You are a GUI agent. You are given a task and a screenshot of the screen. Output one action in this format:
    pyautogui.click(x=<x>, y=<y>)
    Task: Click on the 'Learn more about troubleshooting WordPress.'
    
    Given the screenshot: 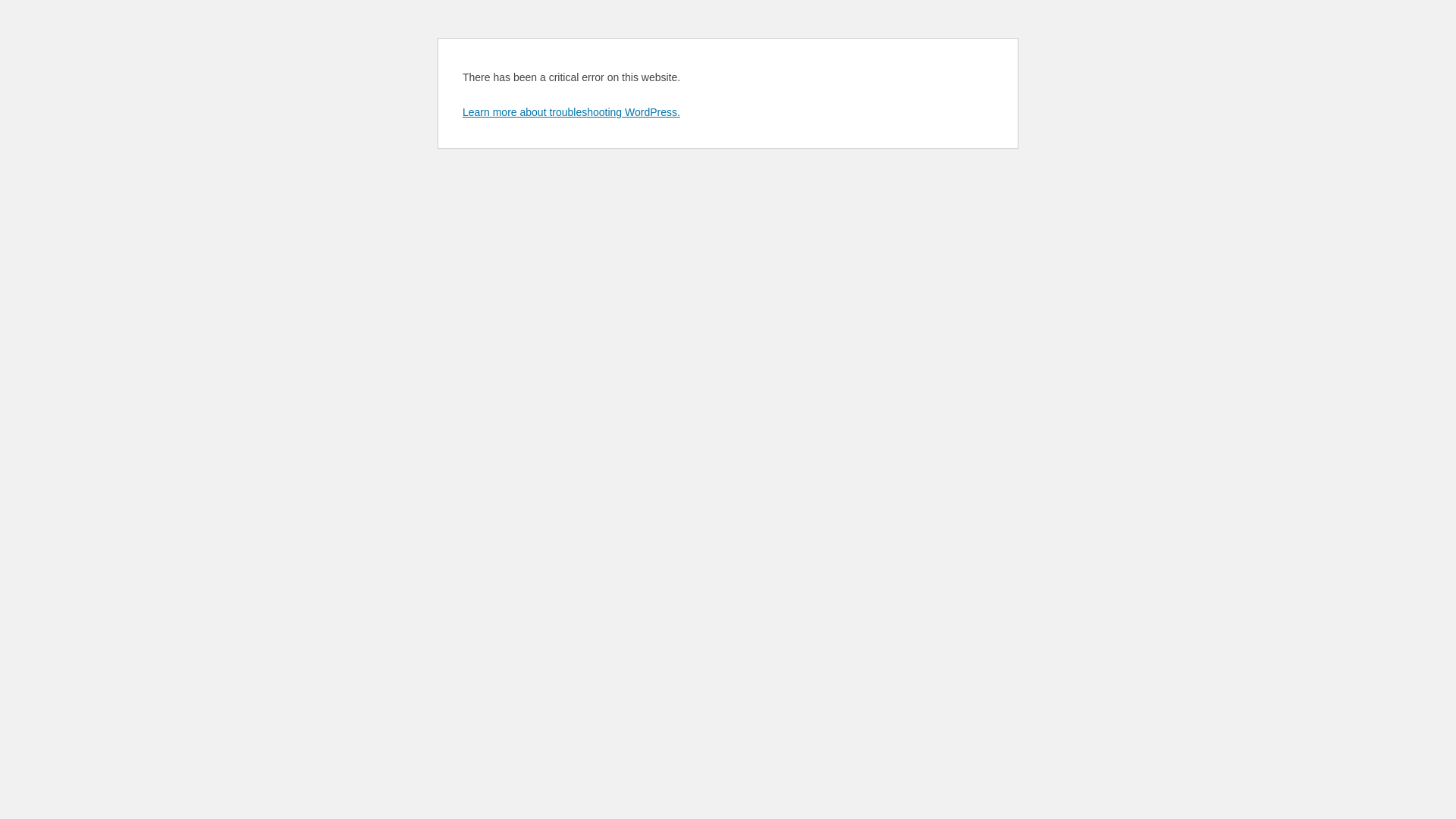 What is the action you would take?
    pyautogui.click(x=570, y=111)
    